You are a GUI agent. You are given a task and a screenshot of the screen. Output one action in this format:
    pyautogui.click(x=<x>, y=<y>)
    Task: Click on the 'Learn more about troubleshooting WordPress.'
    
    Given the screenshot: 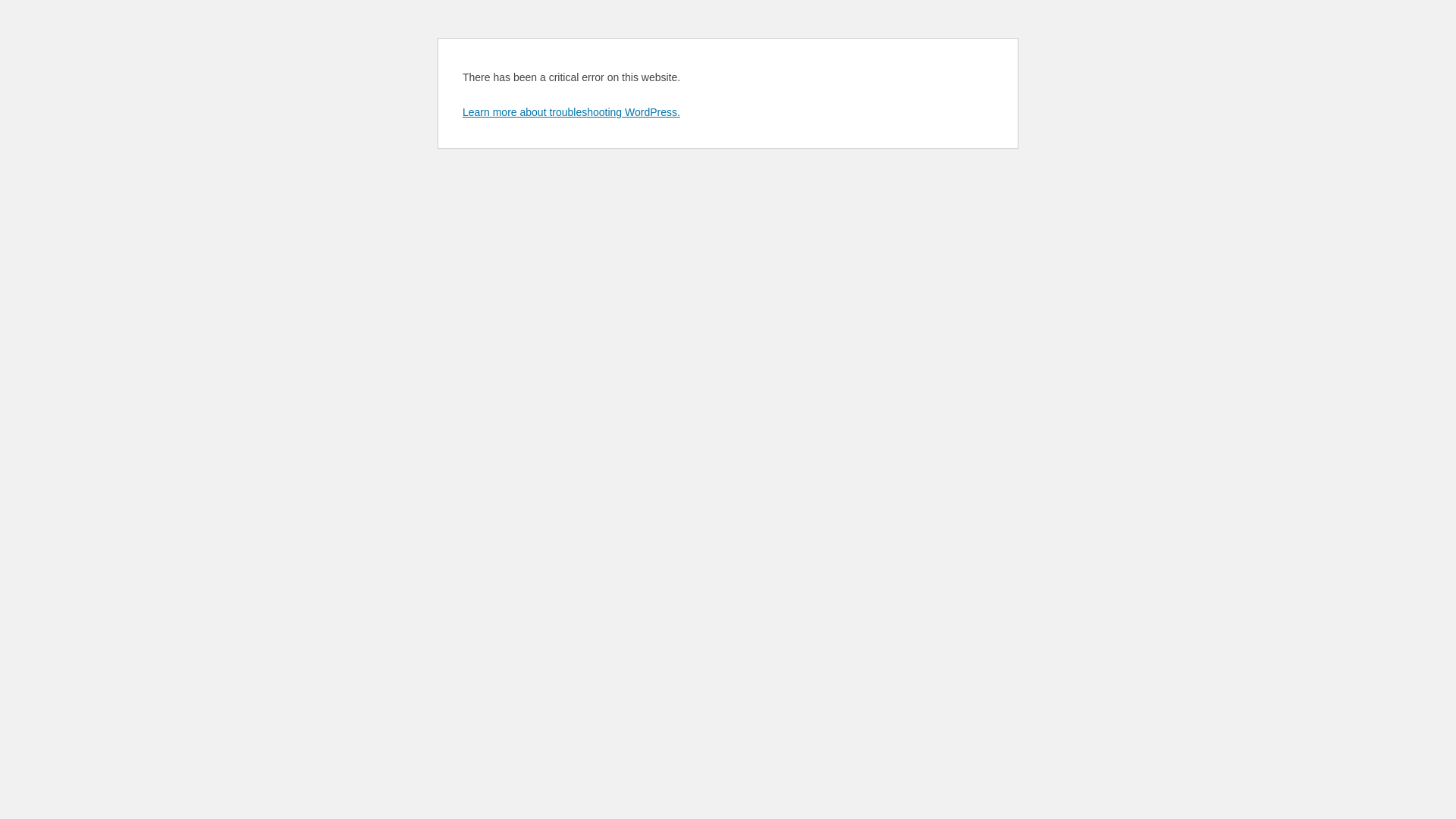 What is the action you would take?
    pyautogui.click(x=570, y=111)
    